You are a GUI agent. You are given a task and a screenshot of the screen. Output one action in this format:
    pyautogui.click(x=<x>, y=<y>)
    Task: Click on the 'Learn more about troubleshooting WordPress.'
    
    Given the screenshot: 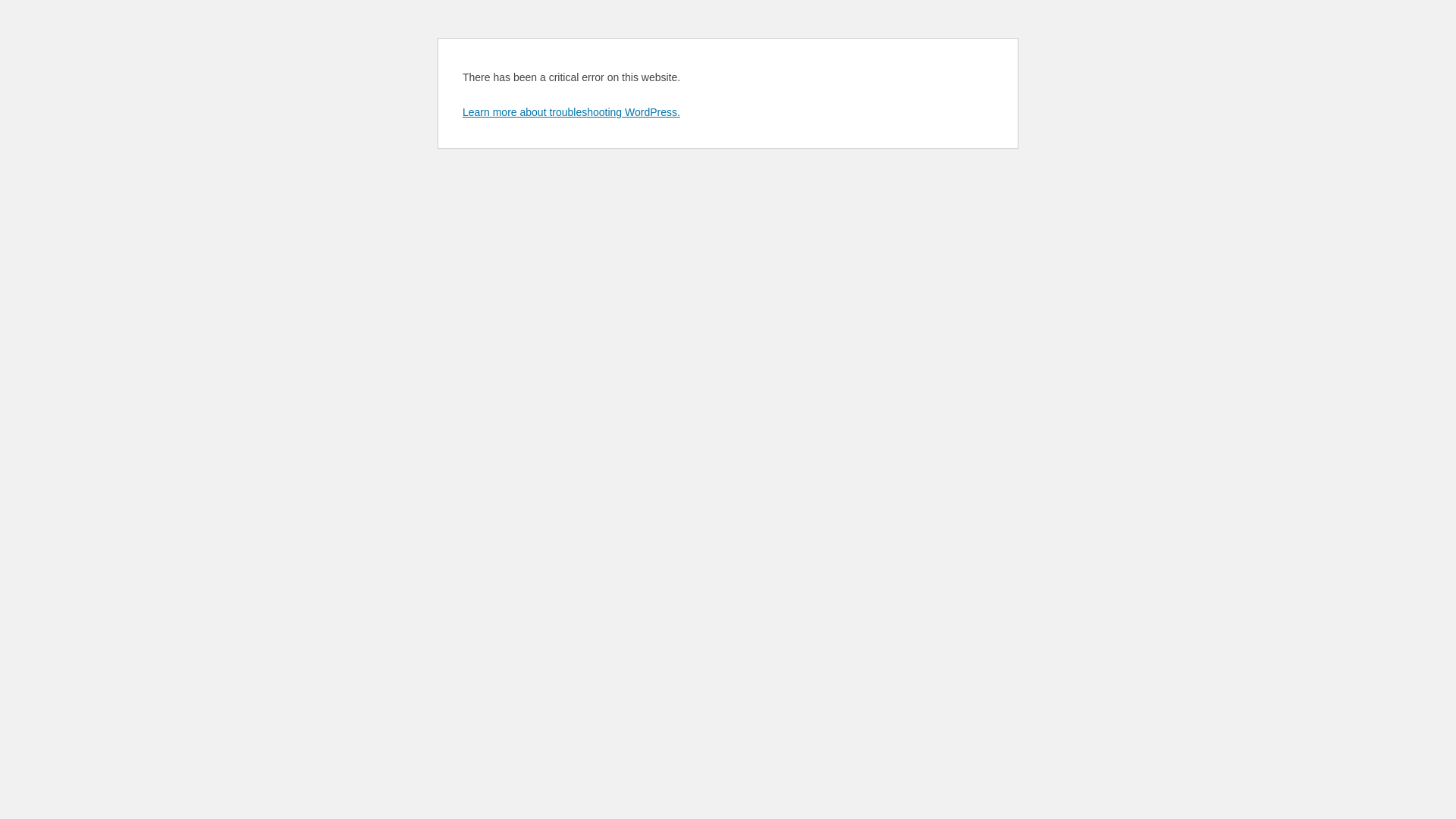 What is the action you would take?
    pyautogui.click(x=570, y=111)
    